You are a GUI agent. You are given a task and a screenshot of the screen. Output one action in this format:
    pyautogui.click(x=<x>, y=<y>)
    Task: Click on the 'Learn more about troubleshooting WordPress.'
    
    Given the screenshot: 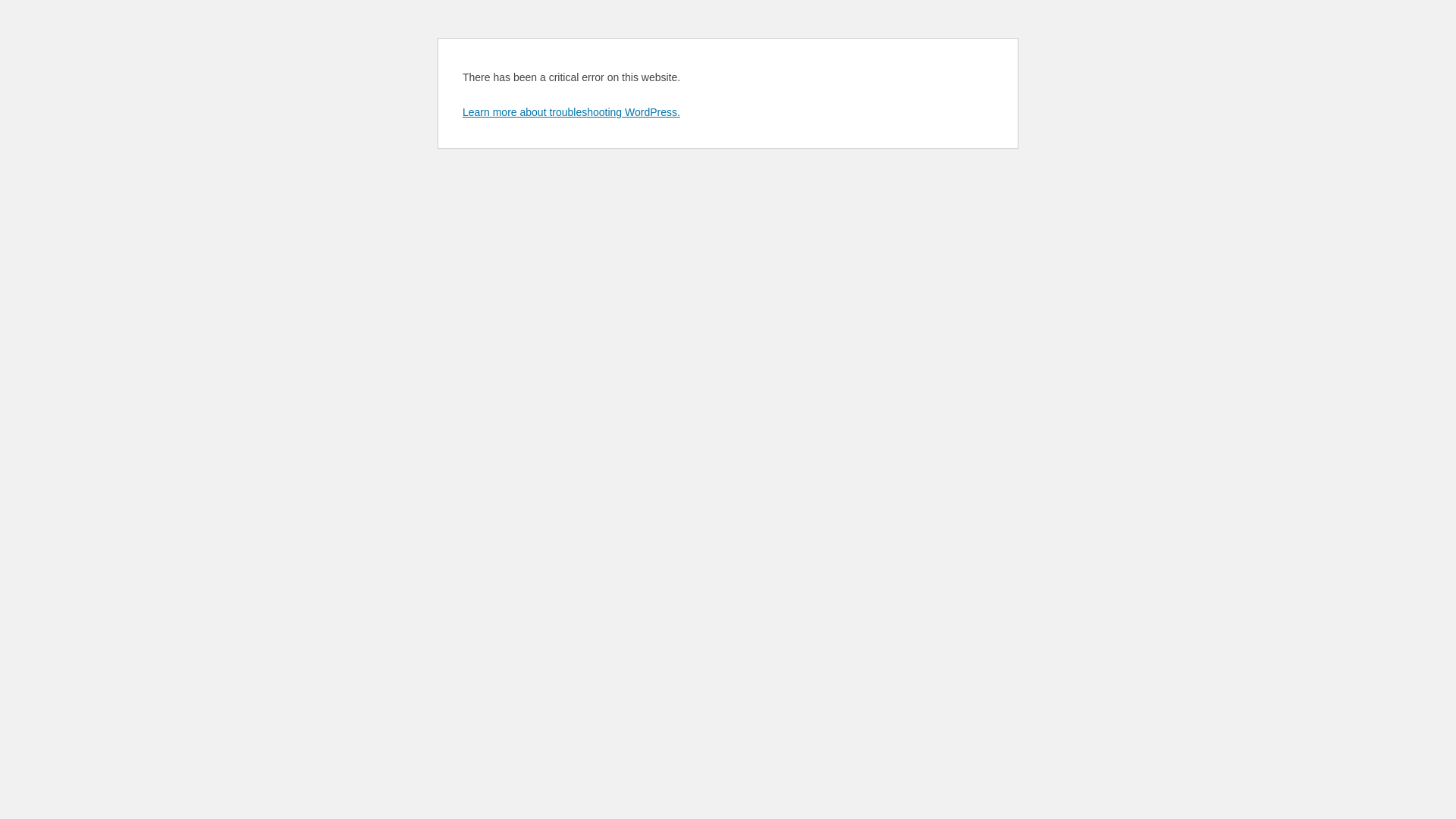 What is the action you would take?
    pyautogui.click(x=570, y=111)
    